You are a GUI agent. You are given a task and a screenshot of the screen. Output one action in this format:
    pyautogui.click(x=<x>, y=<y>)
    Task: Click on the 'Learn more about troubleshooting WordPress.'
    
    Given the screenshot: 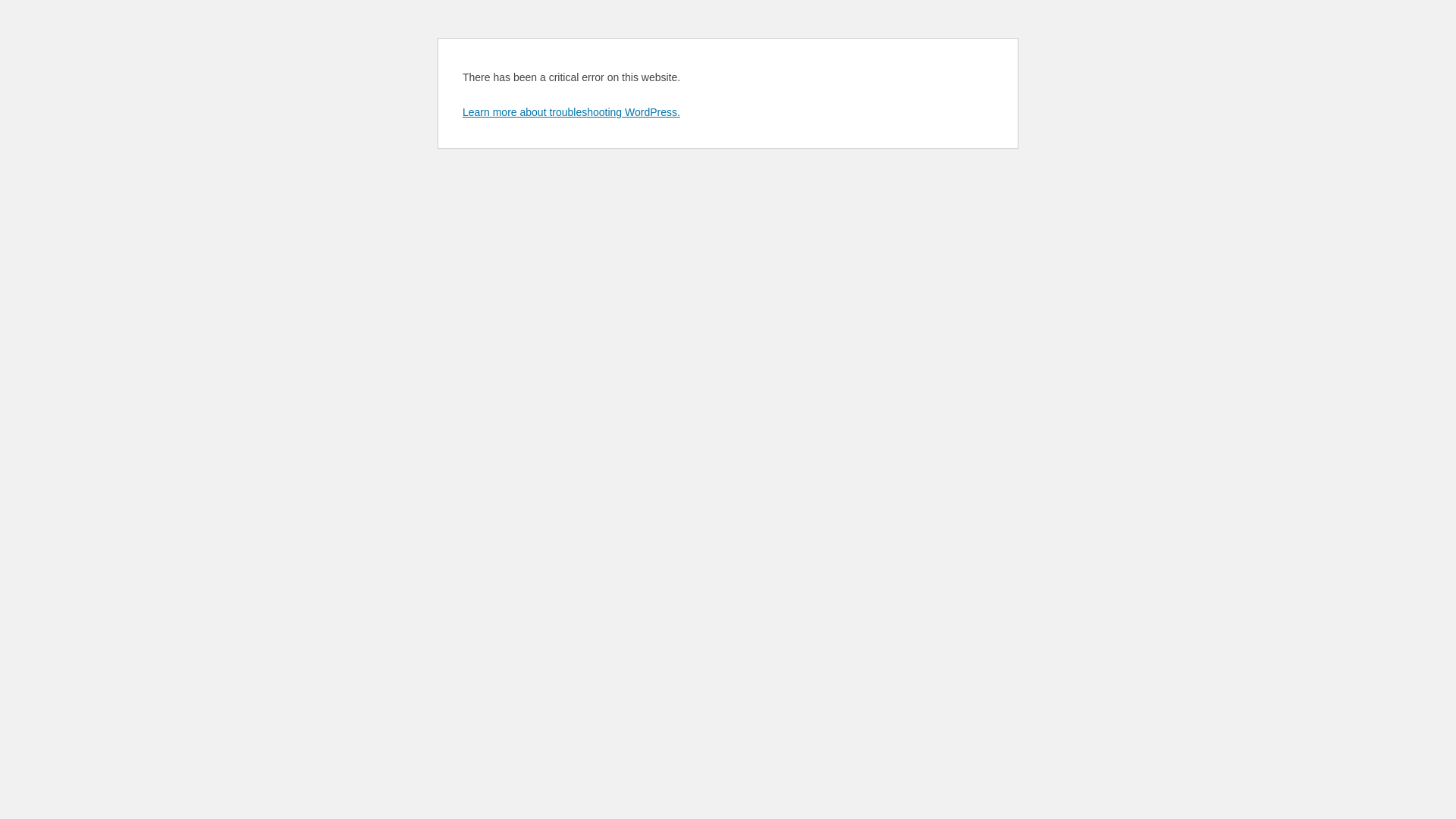 What is the action you would take?
    pyautogui.click(x=570, y=111)
    